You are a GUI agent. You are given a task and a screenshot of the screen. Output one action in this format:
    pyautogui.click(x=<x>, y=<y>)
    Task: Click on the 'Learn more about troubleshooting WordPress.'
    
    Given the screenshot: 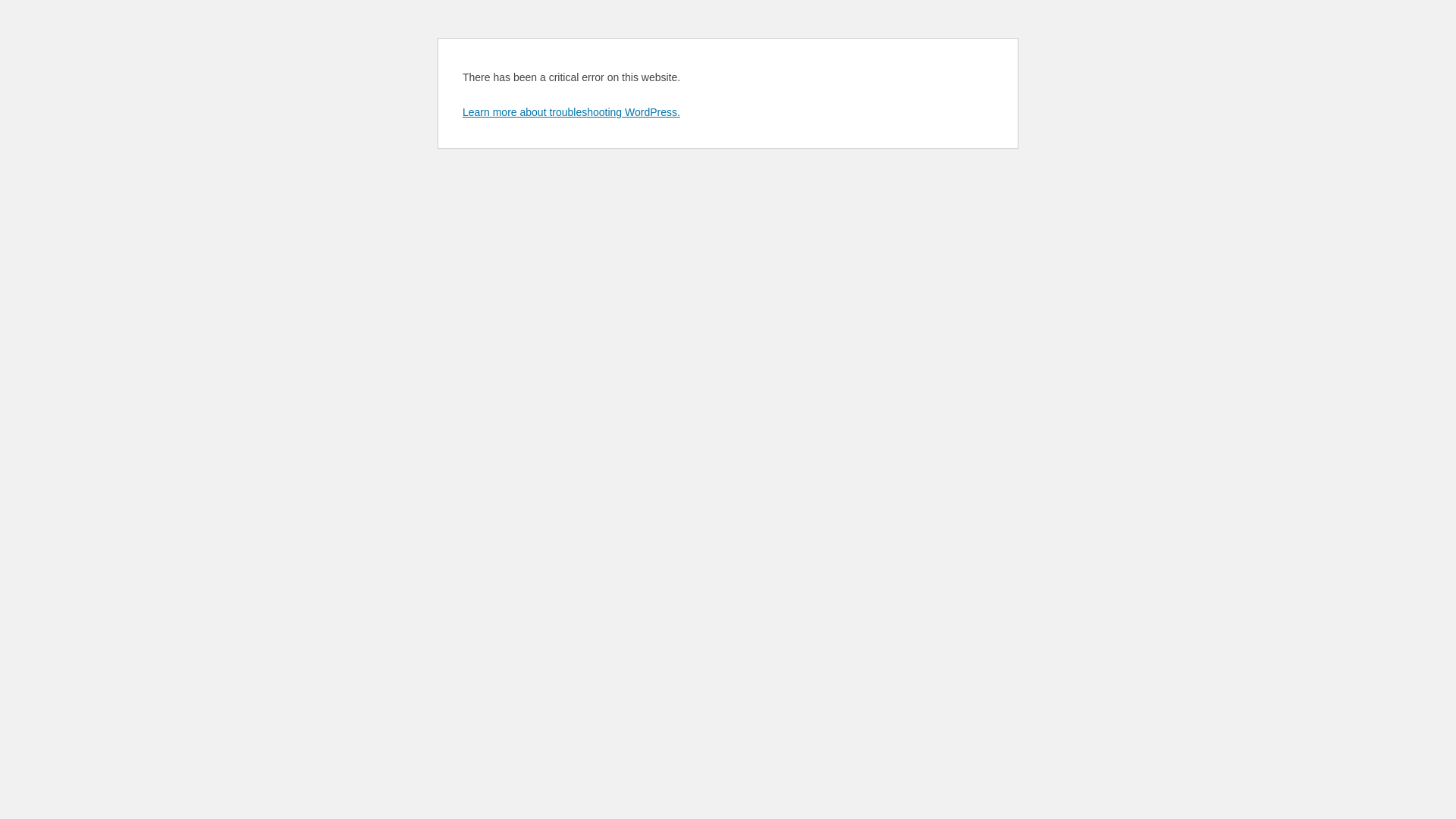 What is the action you would take?
    pyautogui.click(x=570, y=111)
    